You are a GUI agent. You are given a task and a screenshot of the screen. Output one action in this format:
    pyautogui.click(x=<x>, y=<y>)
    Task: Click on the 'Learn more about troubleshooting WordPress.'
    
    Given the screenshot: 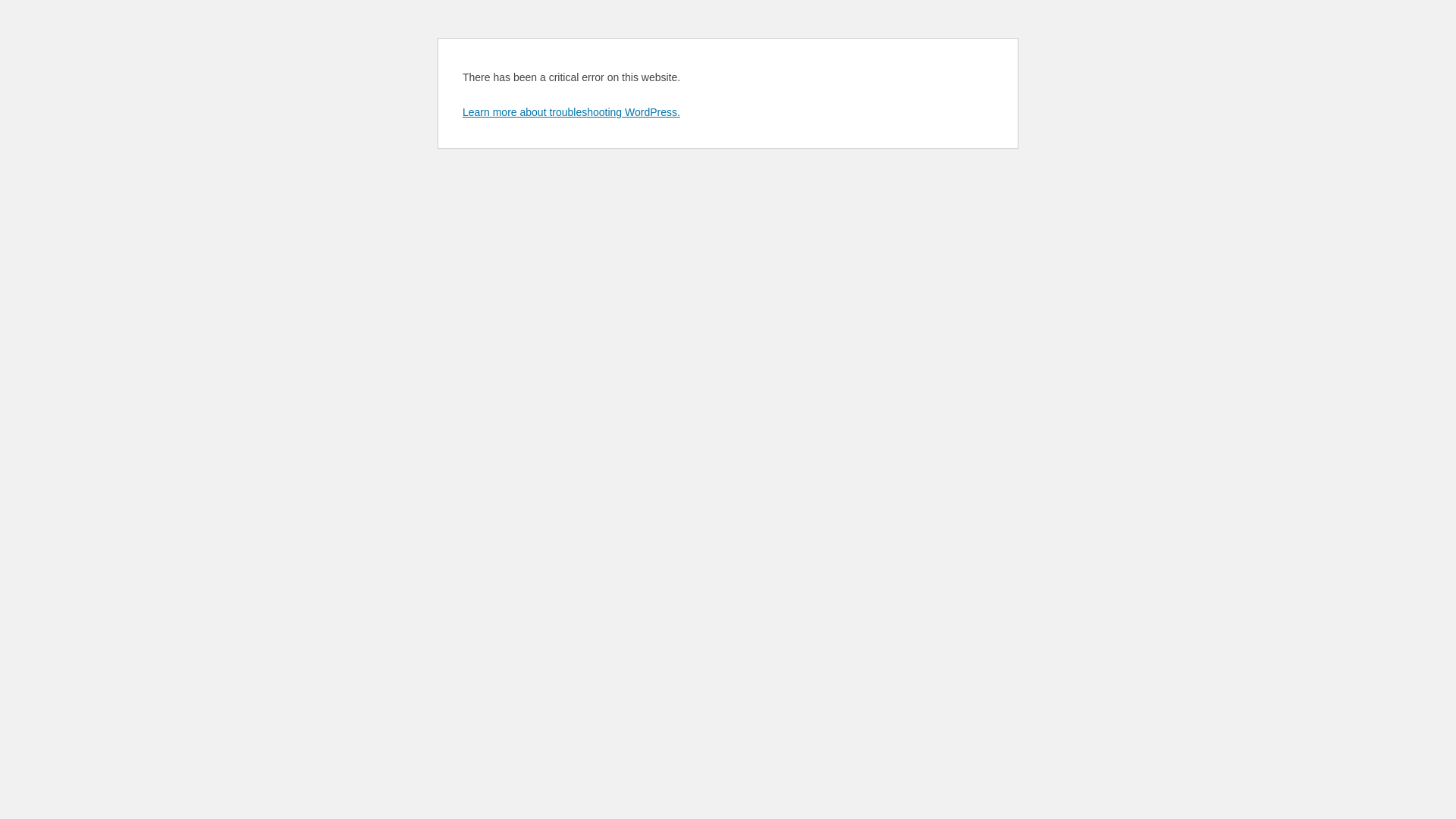 What is the action you would take?
    pyautogui.click(x=570, y=111)
    